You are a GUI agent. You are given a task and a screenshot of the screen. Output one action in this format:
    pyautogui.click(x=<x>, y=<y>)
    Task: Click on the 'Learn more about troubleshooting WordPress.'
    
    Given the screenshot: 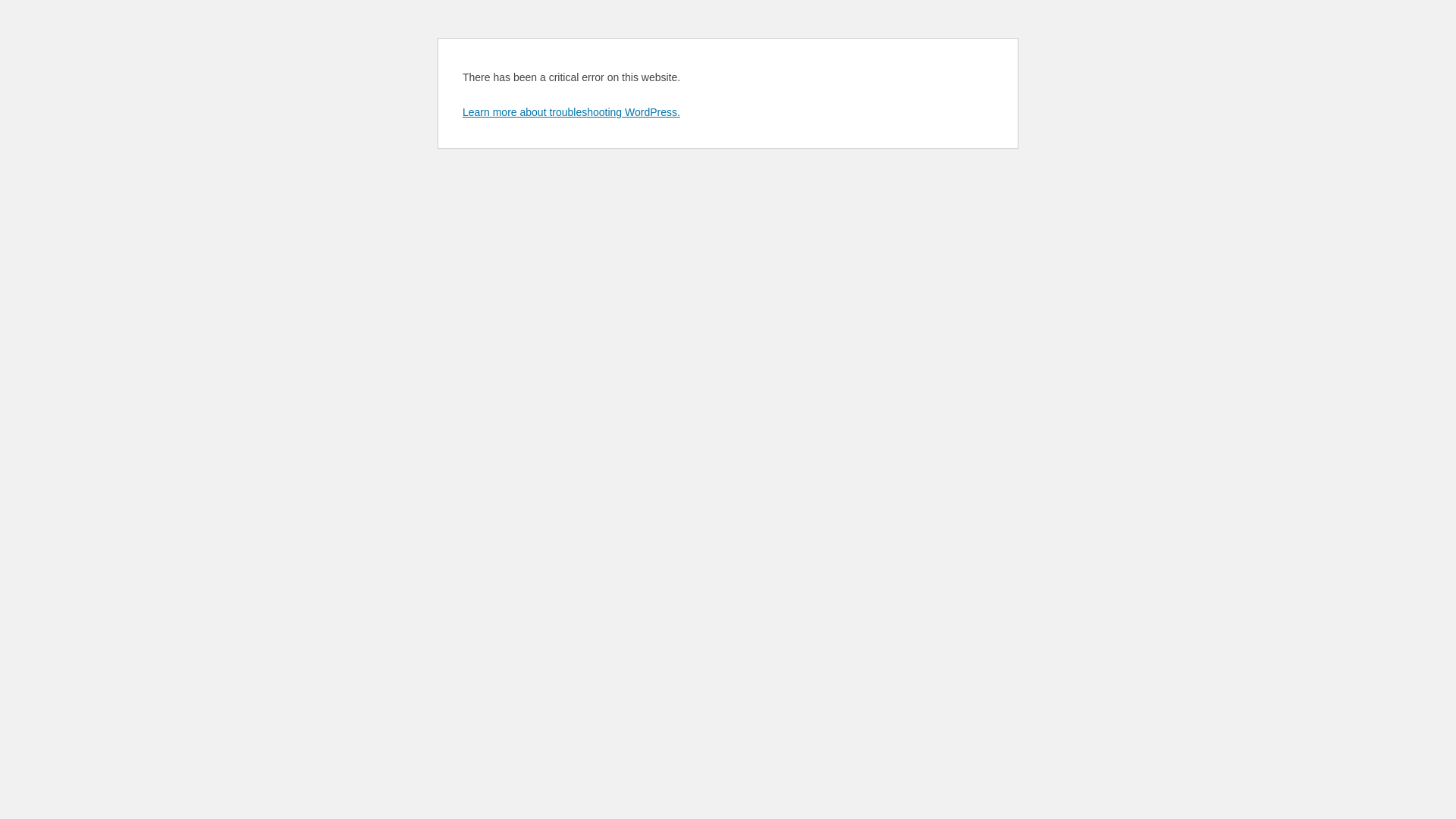 What is the action you would take?
    pyautogui.click(x=570, y=111)
    